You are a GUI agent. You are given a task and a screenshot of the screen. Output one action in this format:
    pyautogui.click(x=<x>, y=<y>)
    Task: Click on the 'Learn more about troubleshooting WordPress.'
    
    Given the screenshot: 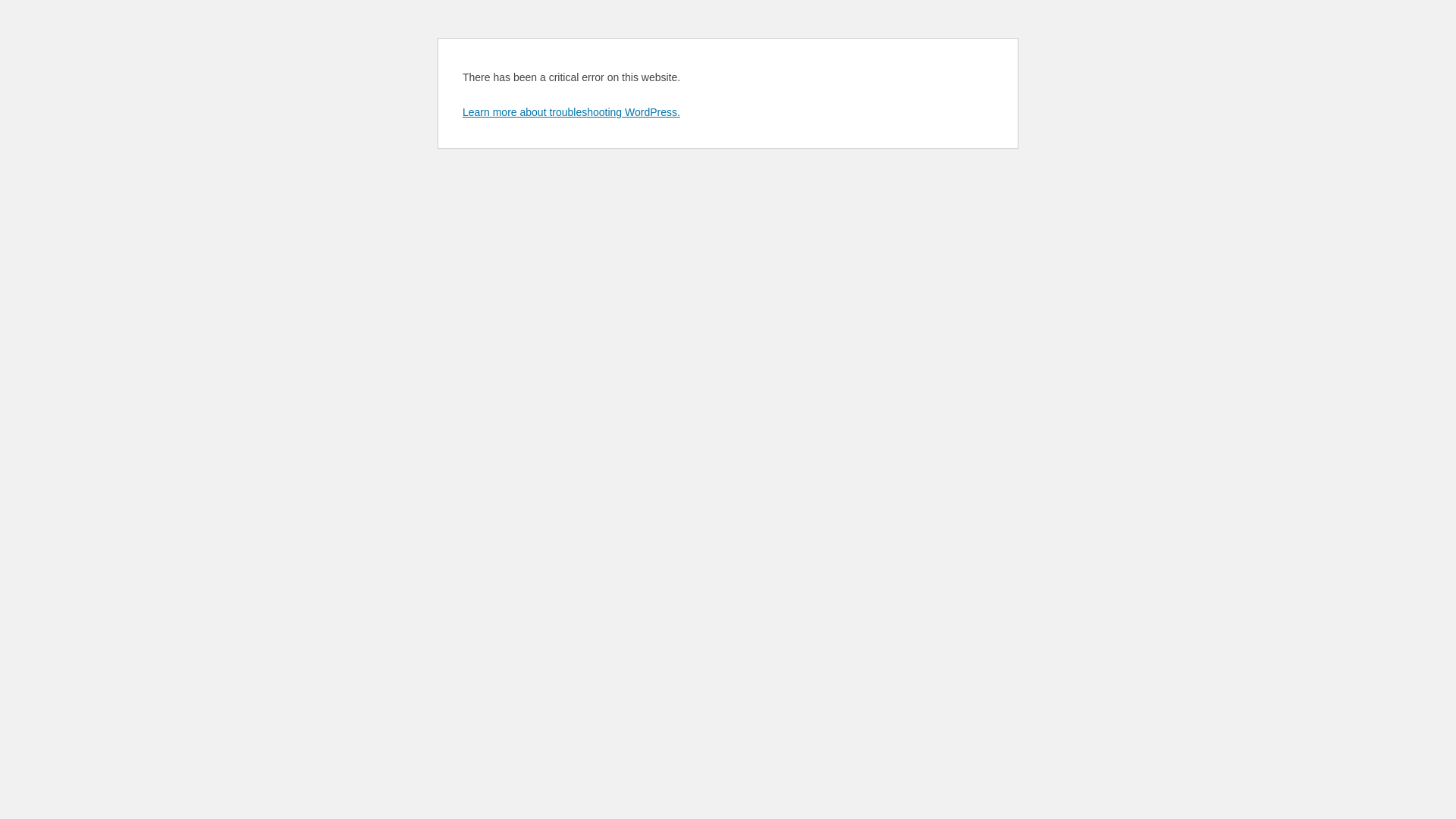 What is the action you would take?
    pyautogui.click(x=570, y=111)
    